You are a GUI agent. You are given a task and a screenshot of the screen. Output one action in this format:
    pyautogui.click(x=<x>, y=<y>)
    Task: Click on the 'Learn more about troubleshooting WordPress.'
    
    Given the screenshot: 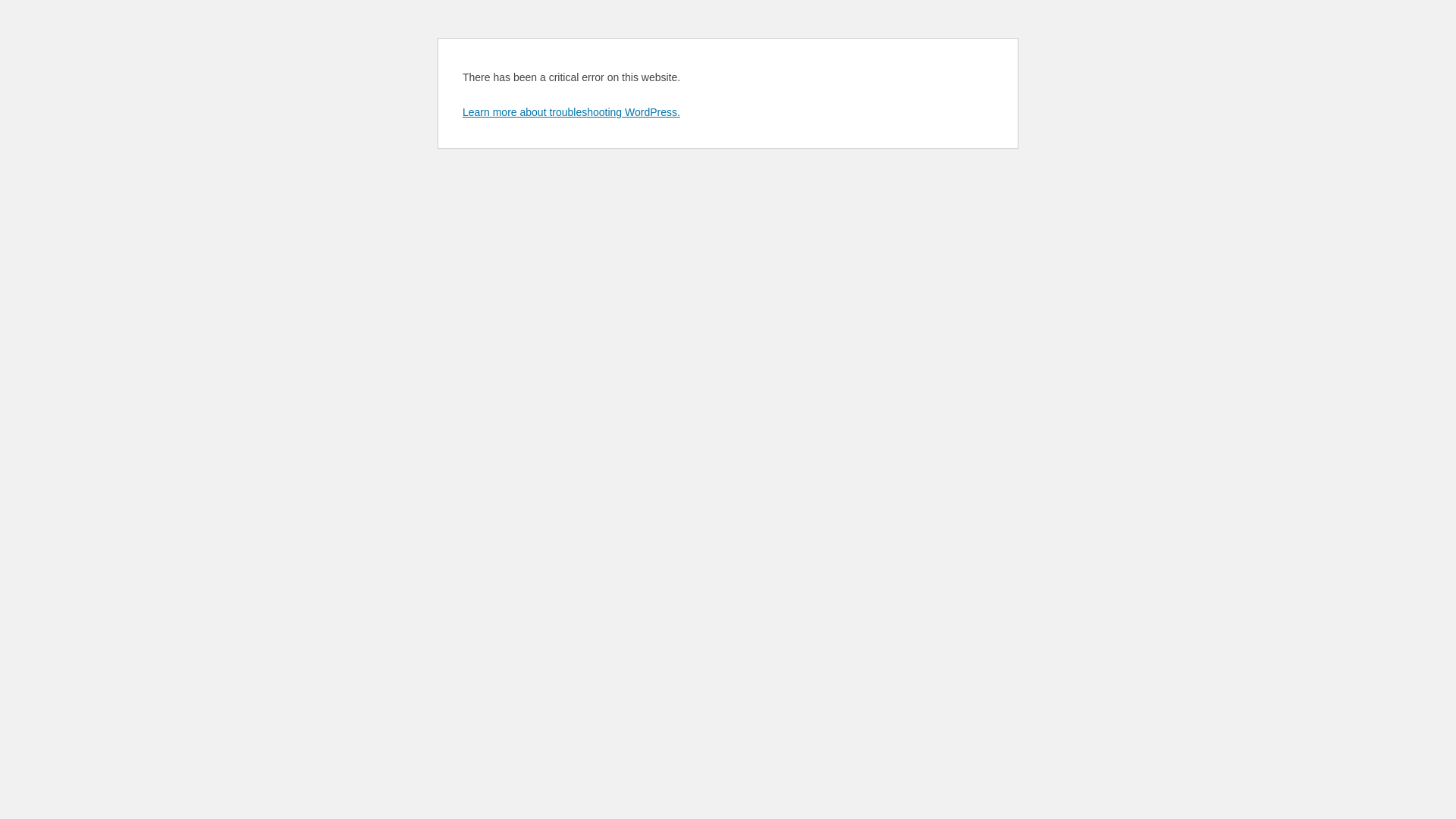 What is the action you would take?
    pyautogui.click(x=570, y=111)
    